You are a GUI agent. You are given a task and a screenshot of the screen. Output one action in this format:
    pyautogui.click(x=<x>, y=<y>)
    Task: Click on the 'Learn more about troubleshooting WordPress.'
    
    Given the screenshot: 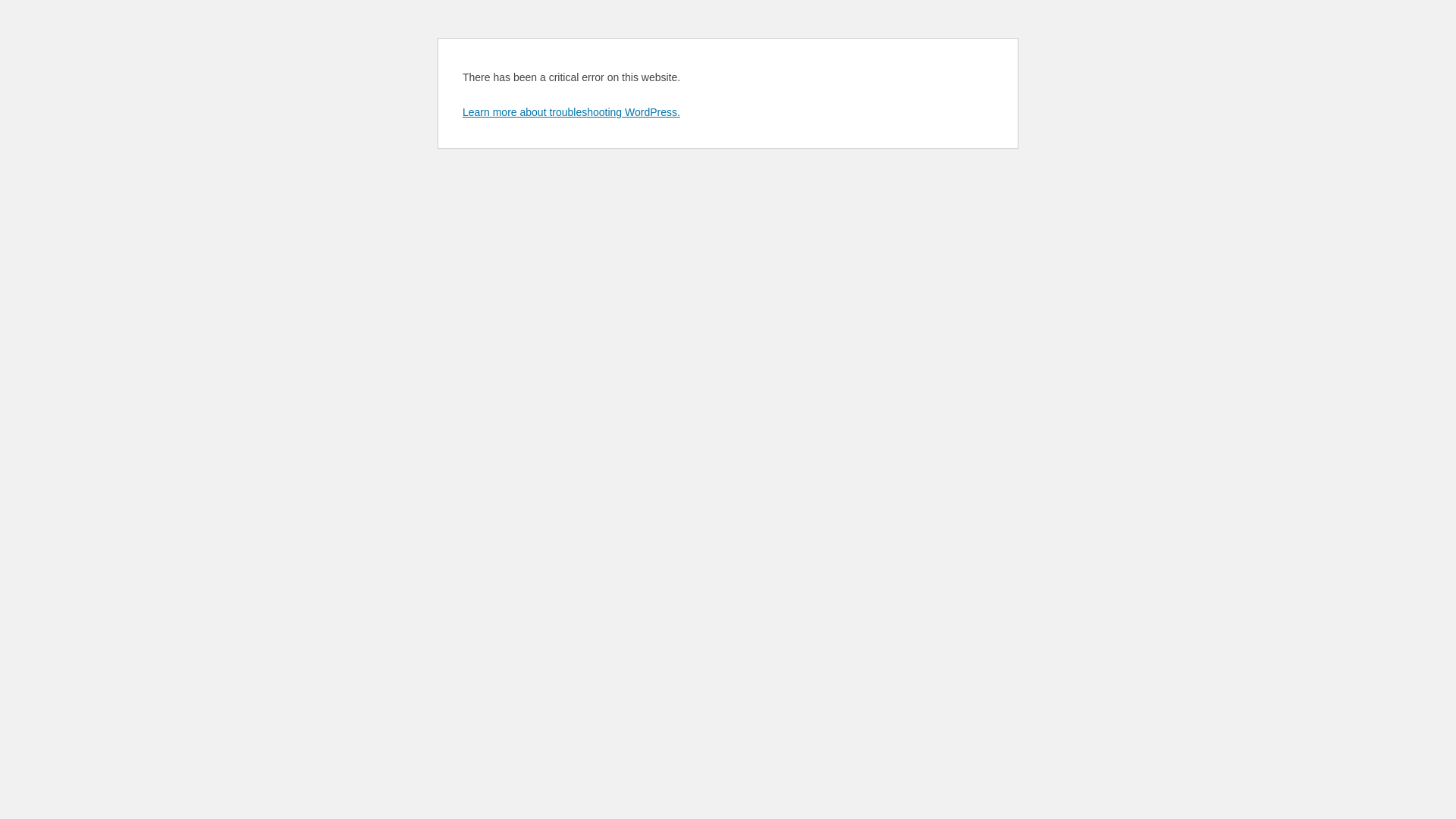 What is the action you would take?
    pyautogui.click(x=570, y=111)
    